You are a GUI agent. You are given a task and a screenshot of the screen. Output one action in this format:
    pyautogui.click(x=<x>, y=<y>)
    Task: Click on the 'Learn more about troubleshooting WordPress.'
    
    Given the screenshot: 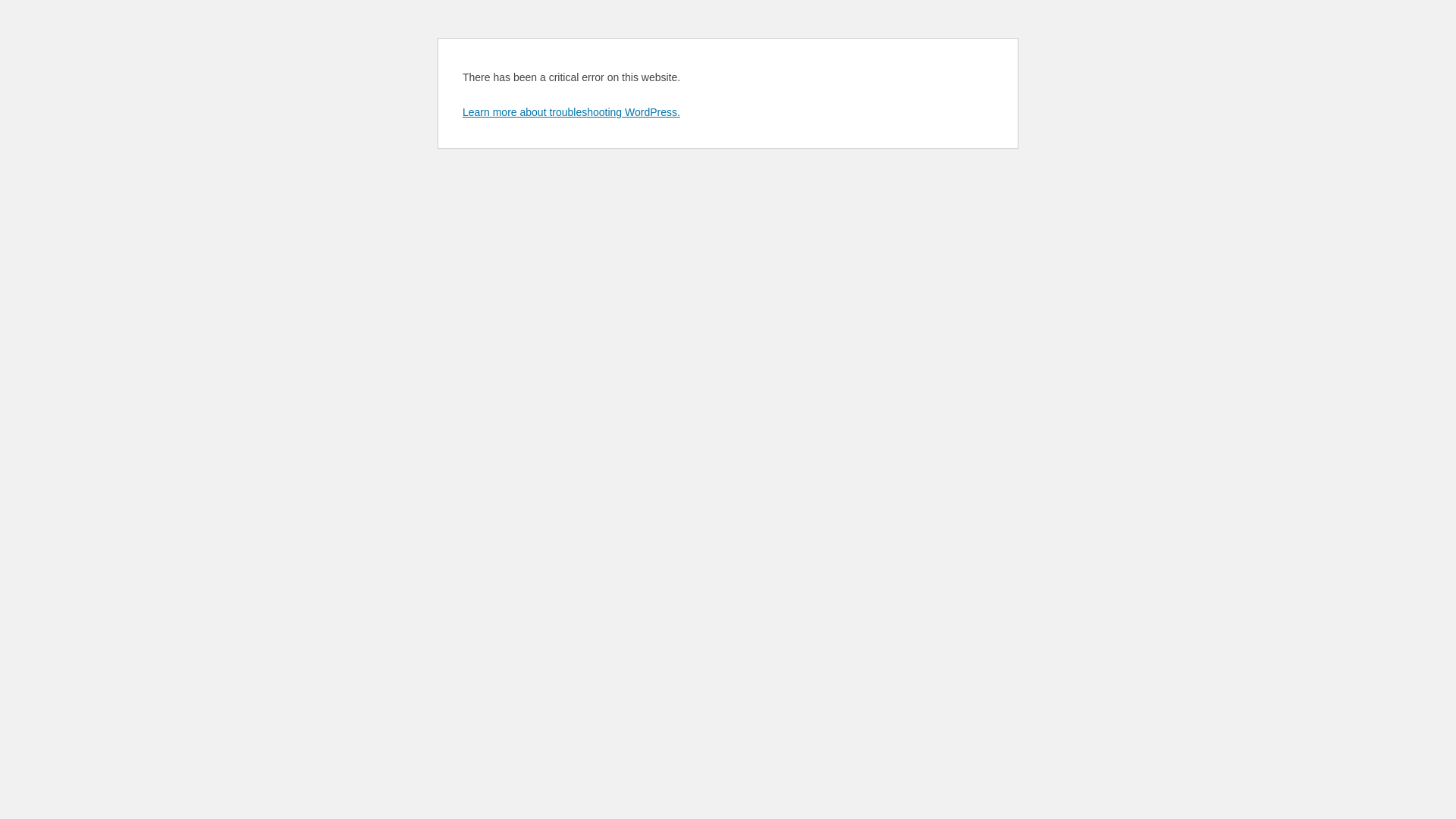 What is the action you would take?
    pyautogui.click(x=570, y=111)
    